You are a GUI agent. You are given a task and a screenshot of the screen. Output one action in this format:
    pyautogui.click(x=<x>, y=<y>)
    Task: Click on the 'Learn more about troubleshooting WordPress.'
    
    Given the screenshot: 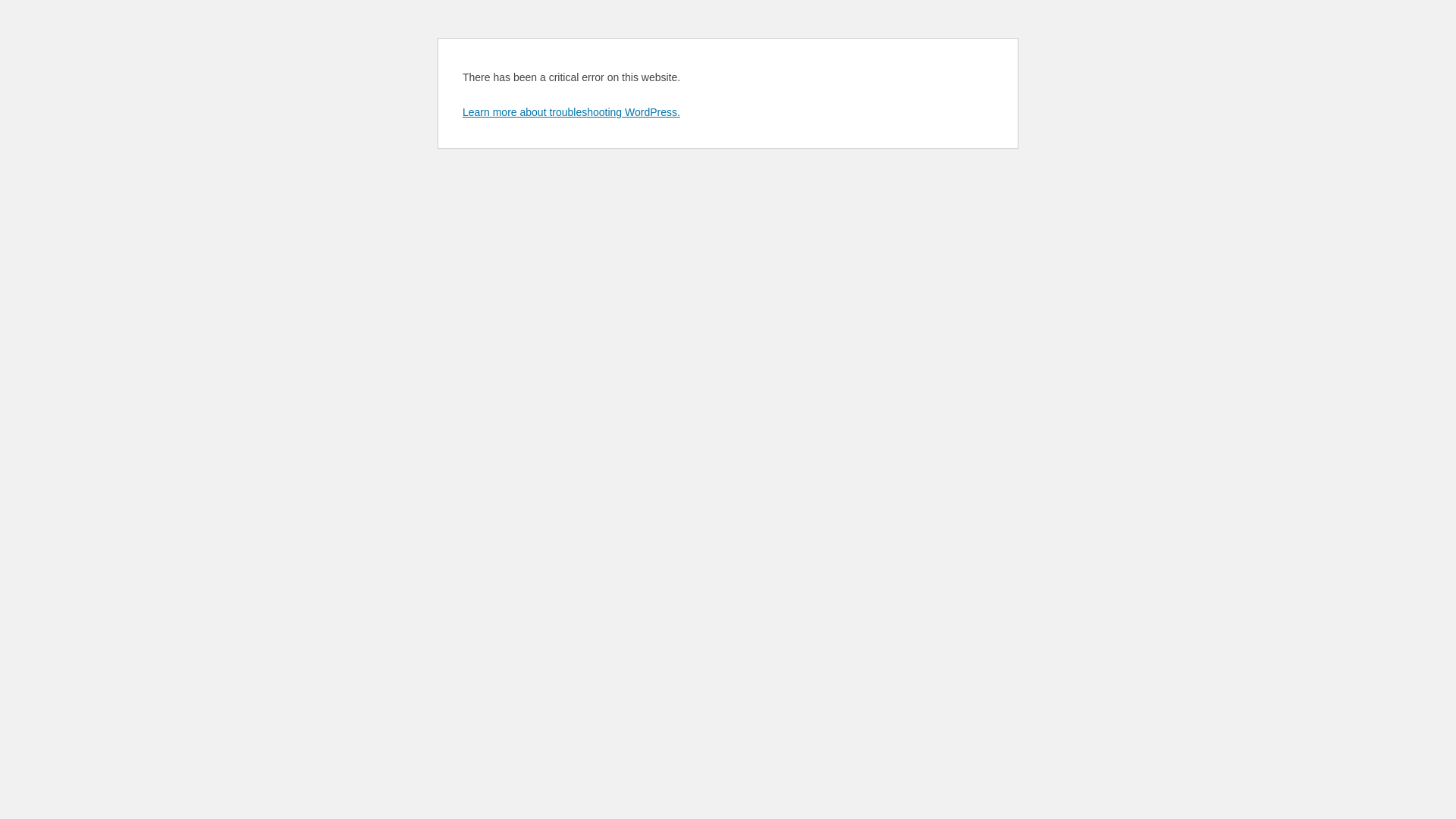 What is the action you would take?
    pyautogui.click(x=570, y=111)
    